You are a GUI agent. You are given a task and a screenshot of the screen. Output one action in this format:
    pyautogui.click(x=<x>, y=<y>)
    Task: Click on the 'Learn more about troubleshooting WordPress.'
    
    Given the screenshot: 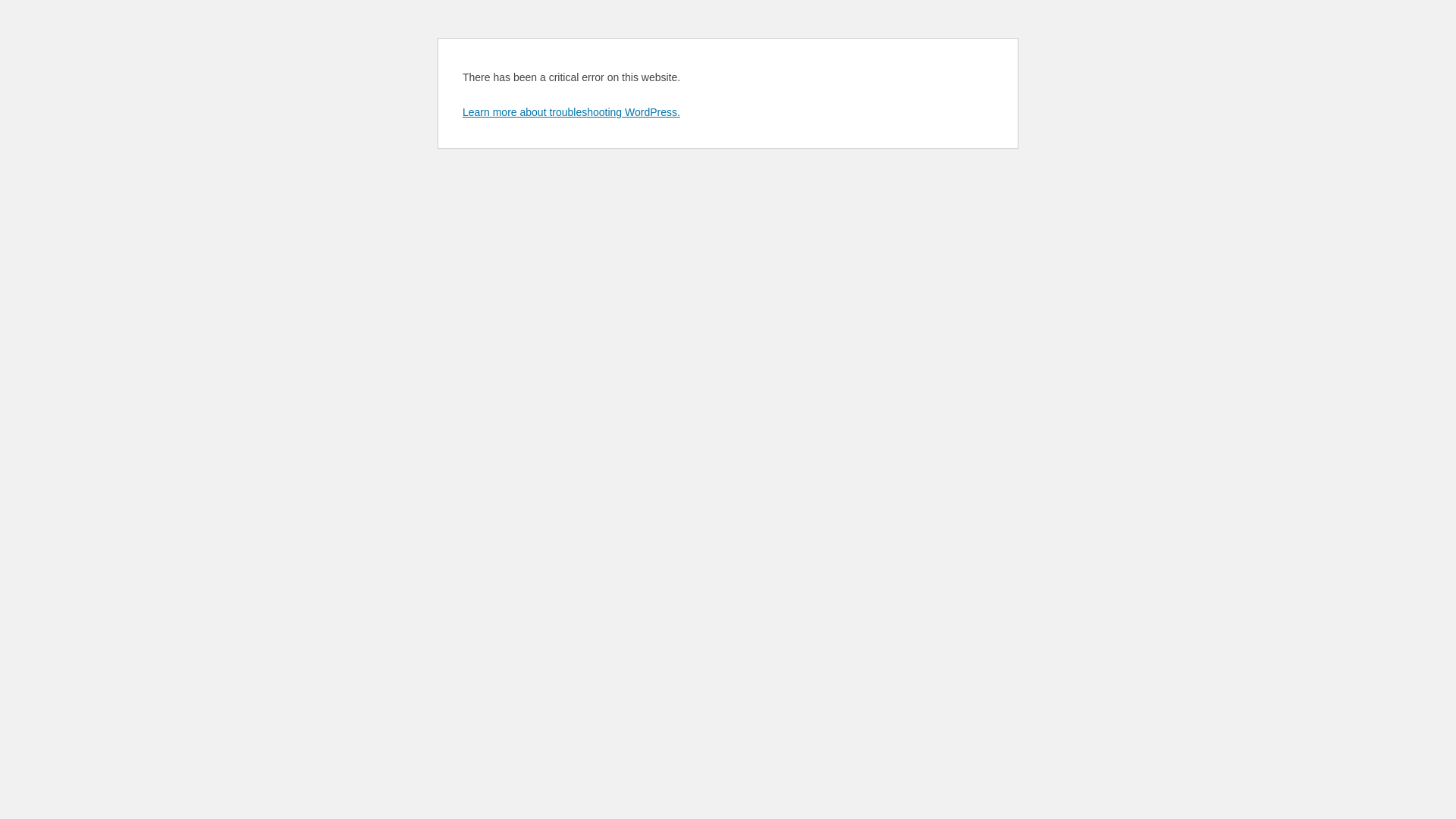 What is the action you would take?
    pyautogui.click(x=570, y=111)
    